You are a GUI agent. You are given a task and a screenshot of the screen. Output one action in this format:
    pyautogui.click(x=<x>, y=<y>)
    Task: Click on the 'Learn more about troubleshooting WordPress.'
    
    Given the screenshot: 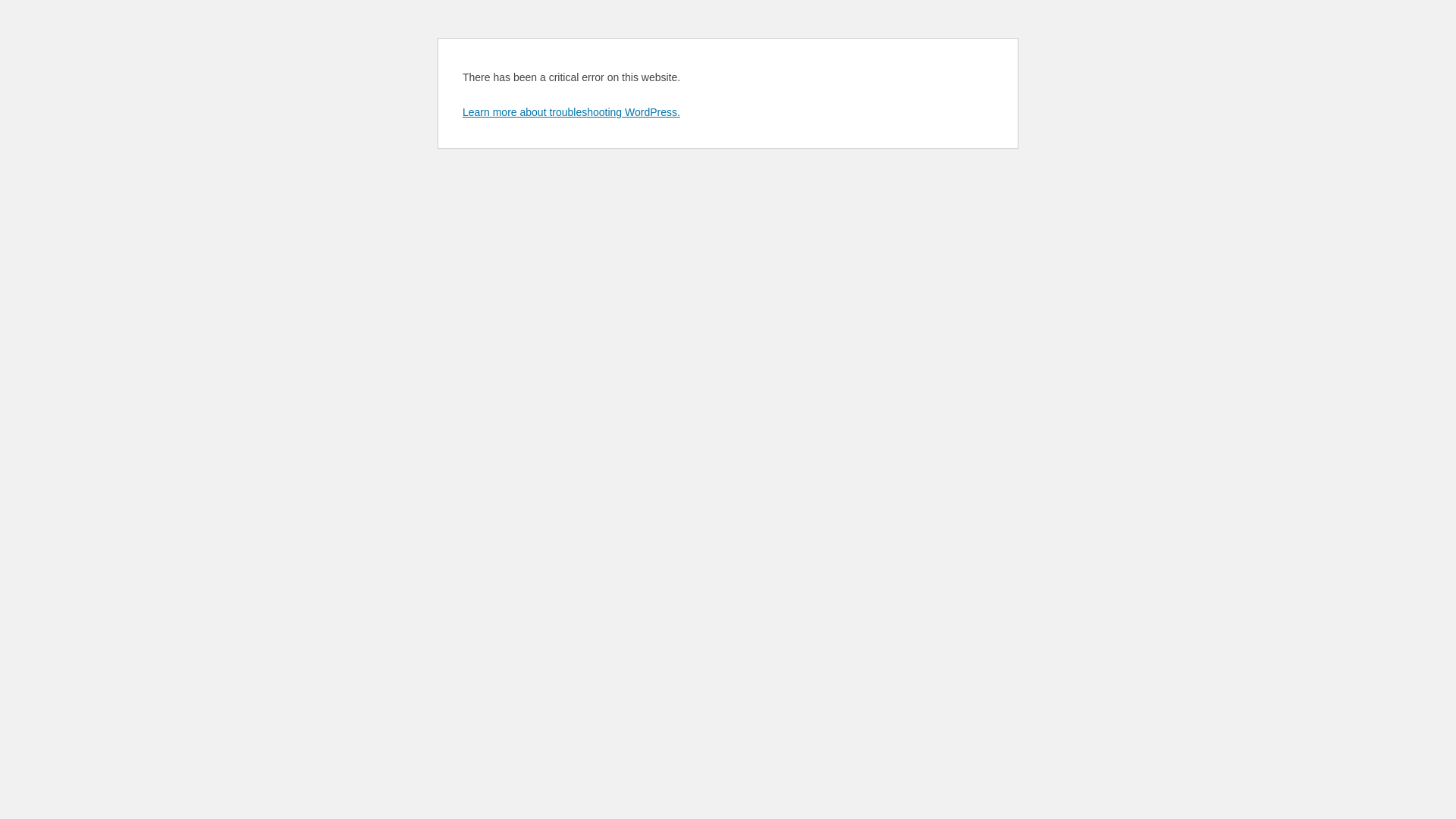 What is the action you would take?
    pyautogui.click(x=570, y=111)
    